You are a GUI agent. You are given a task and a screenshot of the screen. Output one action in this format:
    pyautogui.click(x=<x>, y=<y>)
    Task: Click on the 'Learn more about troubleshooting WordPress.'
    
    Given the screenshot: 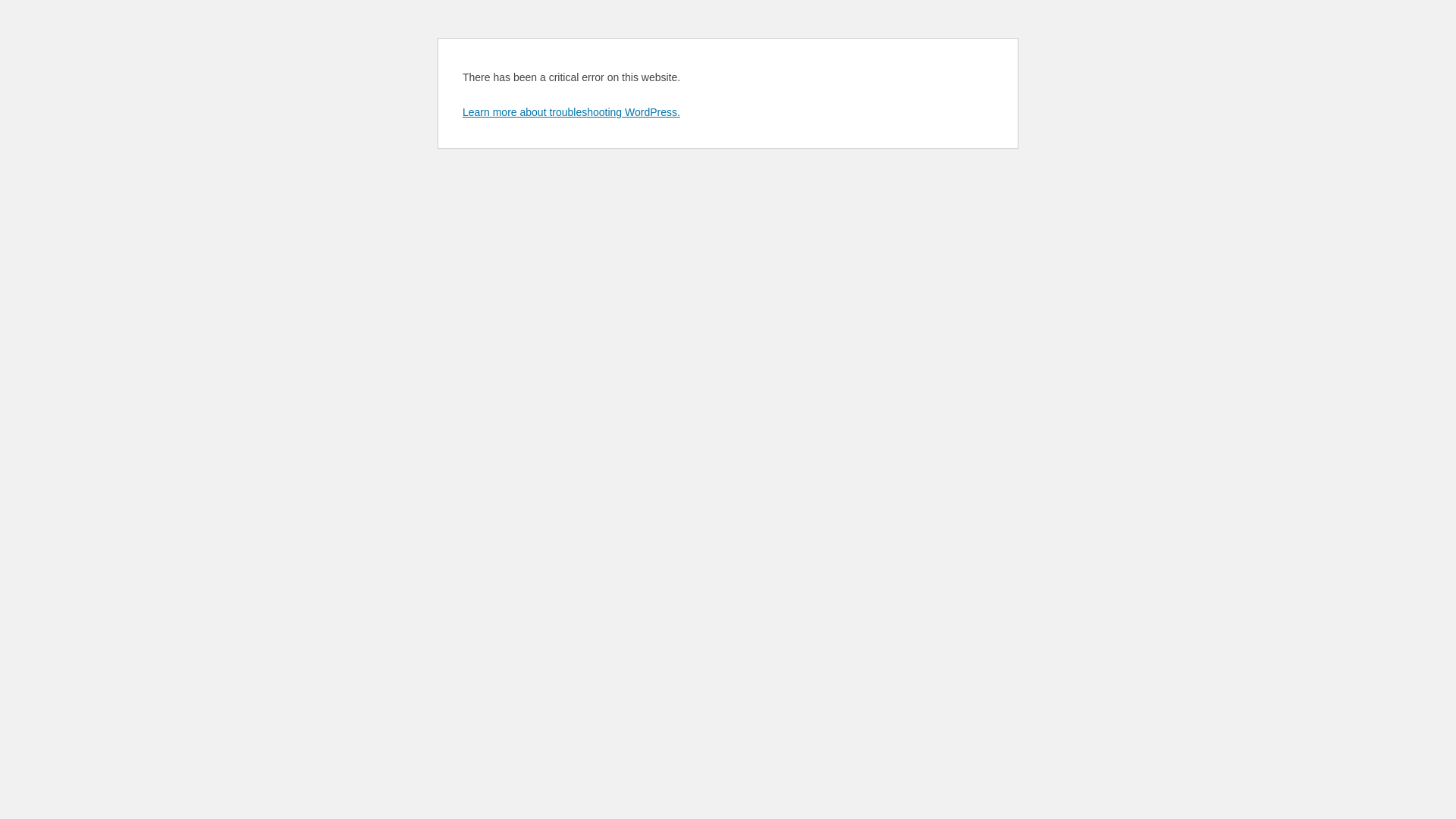 What is the action you would take?
    pyautogui.click(x=570, y=111)
    